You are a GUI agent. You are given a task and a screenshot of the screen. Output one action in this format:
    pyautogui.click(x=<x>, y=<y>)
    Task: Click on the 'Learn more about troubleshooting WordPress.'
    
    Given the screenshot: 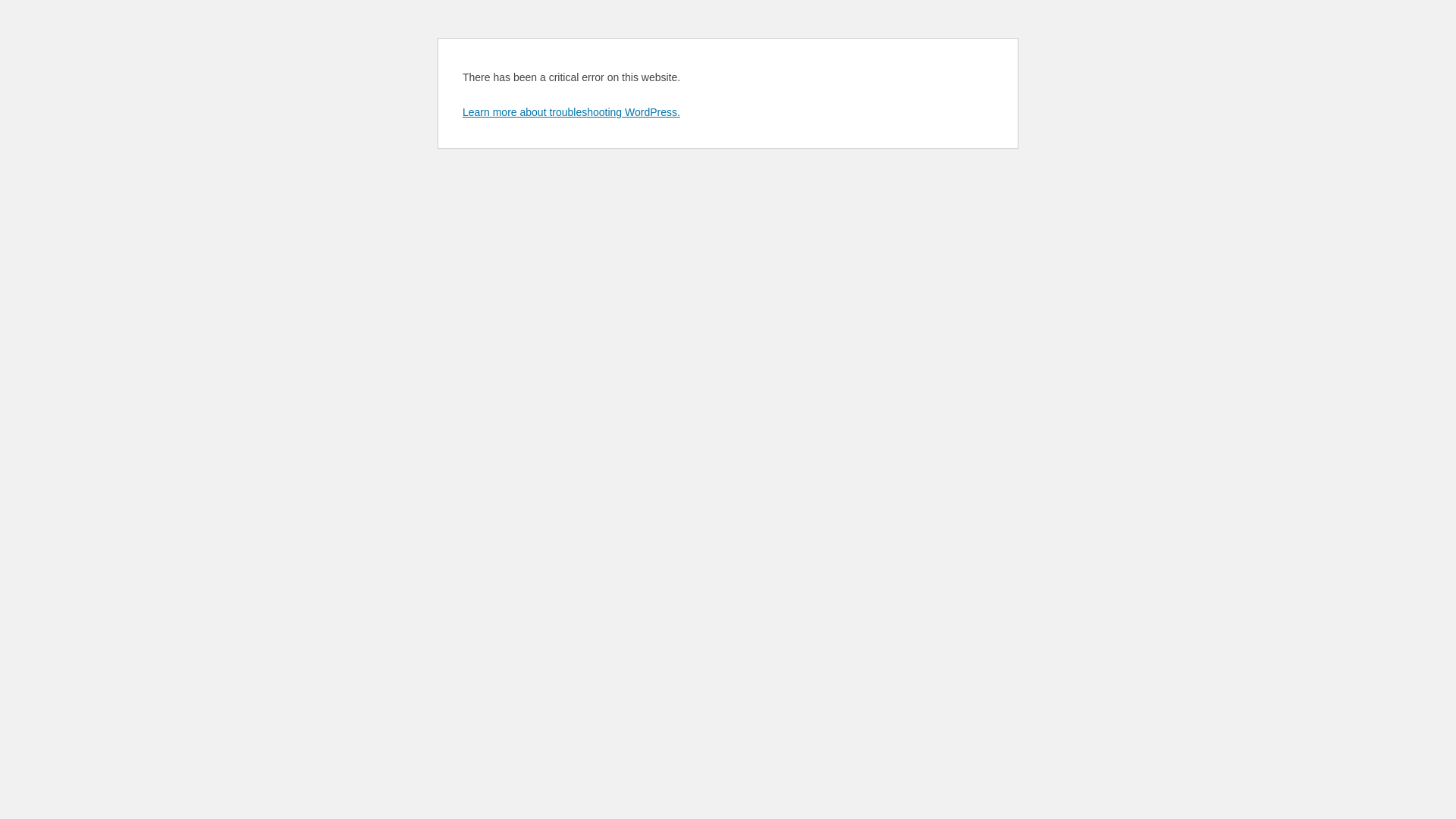 What is the action you would take?
    pyautogui.click(x=570, y=111)
    